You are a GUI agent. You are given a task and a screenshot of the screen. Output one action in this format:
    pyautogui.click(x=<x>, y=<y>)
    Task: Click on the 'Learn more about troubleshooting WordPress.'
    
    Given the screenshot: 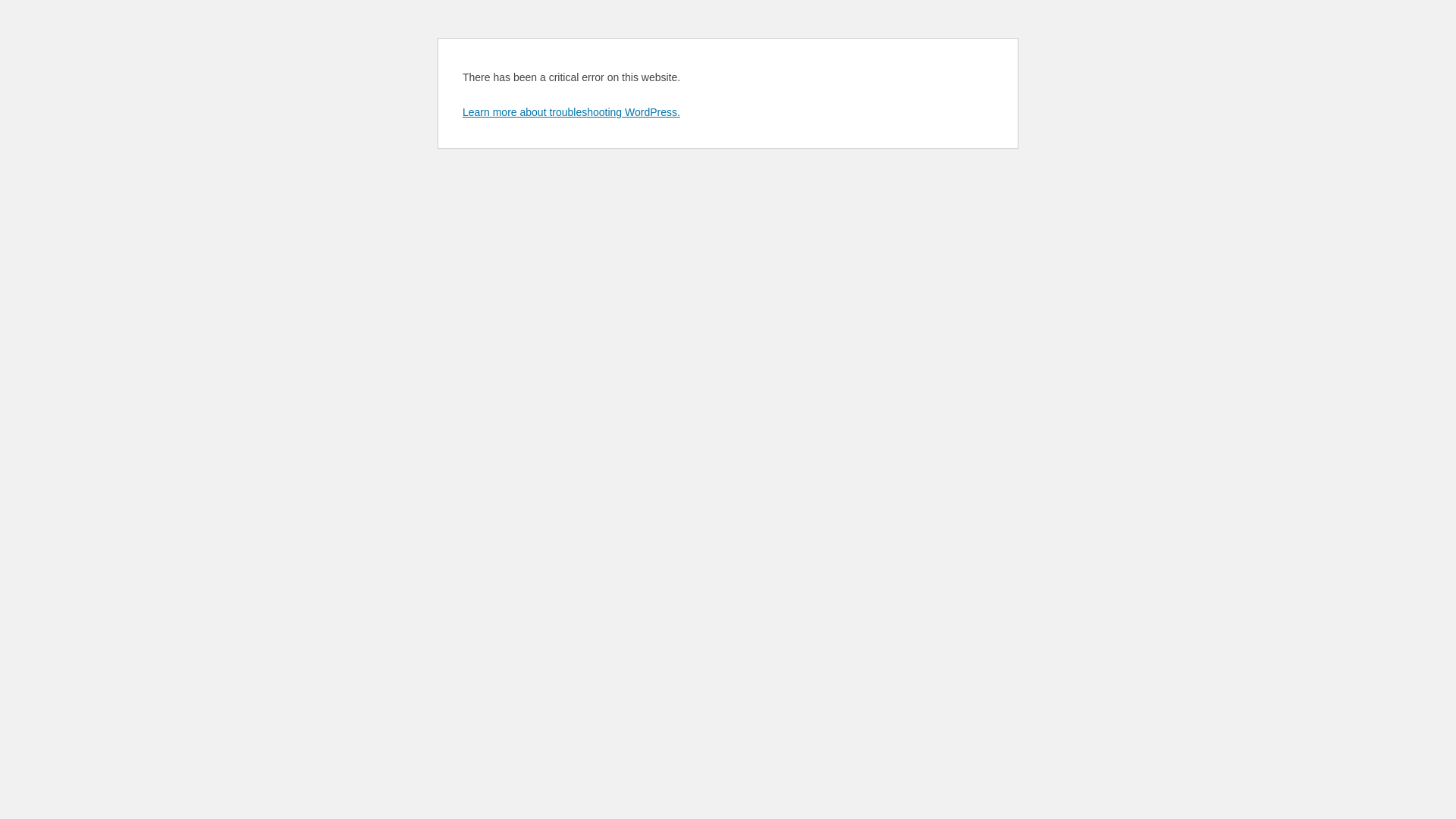 What is the action you would take?
    pyautogui.click(x=570, y=111)
    